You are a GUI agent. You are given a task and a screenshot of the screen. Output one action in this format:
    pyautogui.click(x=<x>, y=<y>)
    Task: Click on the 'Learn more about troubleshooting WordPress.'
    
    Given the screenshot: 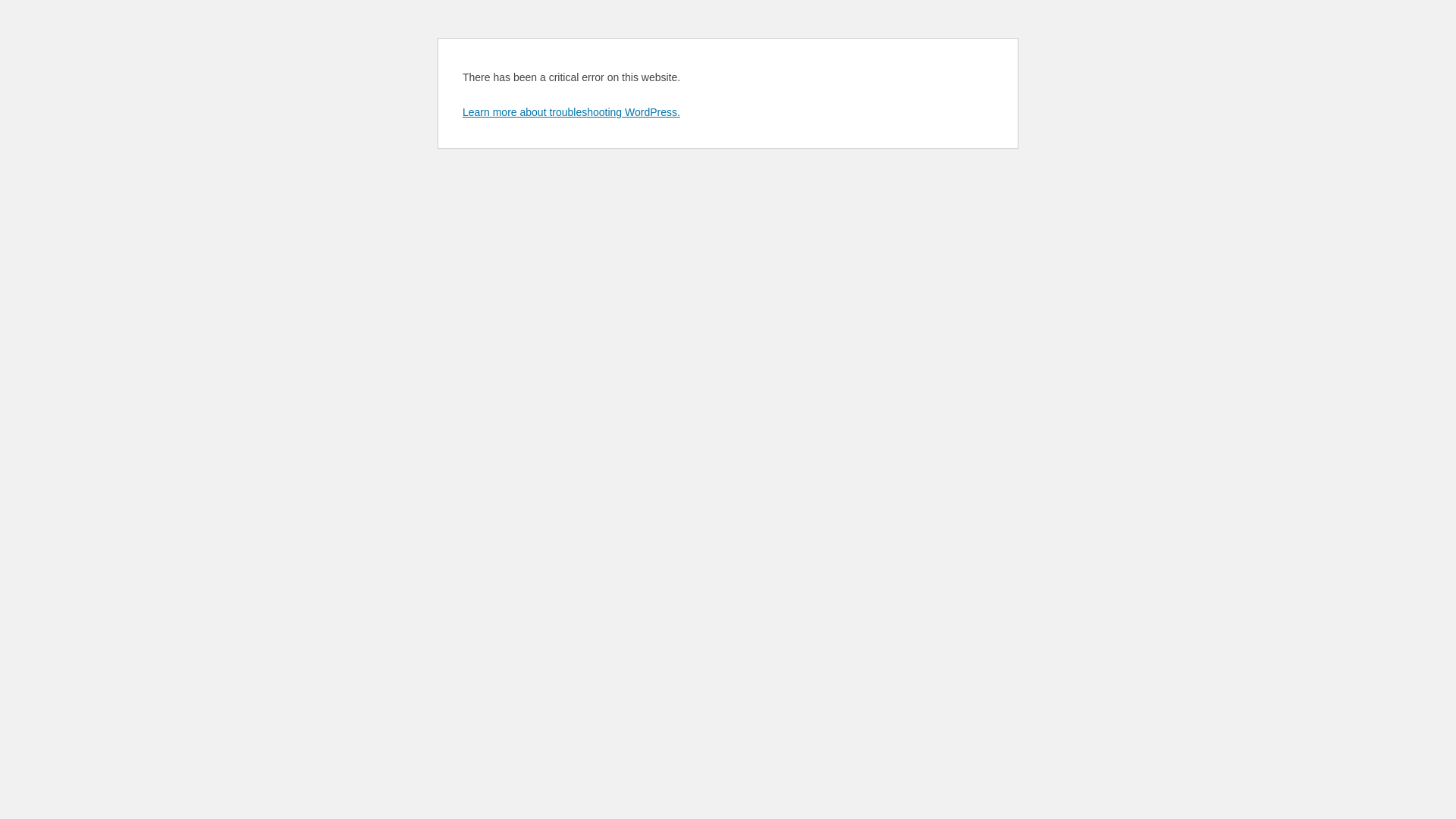 What is the action you would take?
    pyautogui.click(x=570, y=111)
    